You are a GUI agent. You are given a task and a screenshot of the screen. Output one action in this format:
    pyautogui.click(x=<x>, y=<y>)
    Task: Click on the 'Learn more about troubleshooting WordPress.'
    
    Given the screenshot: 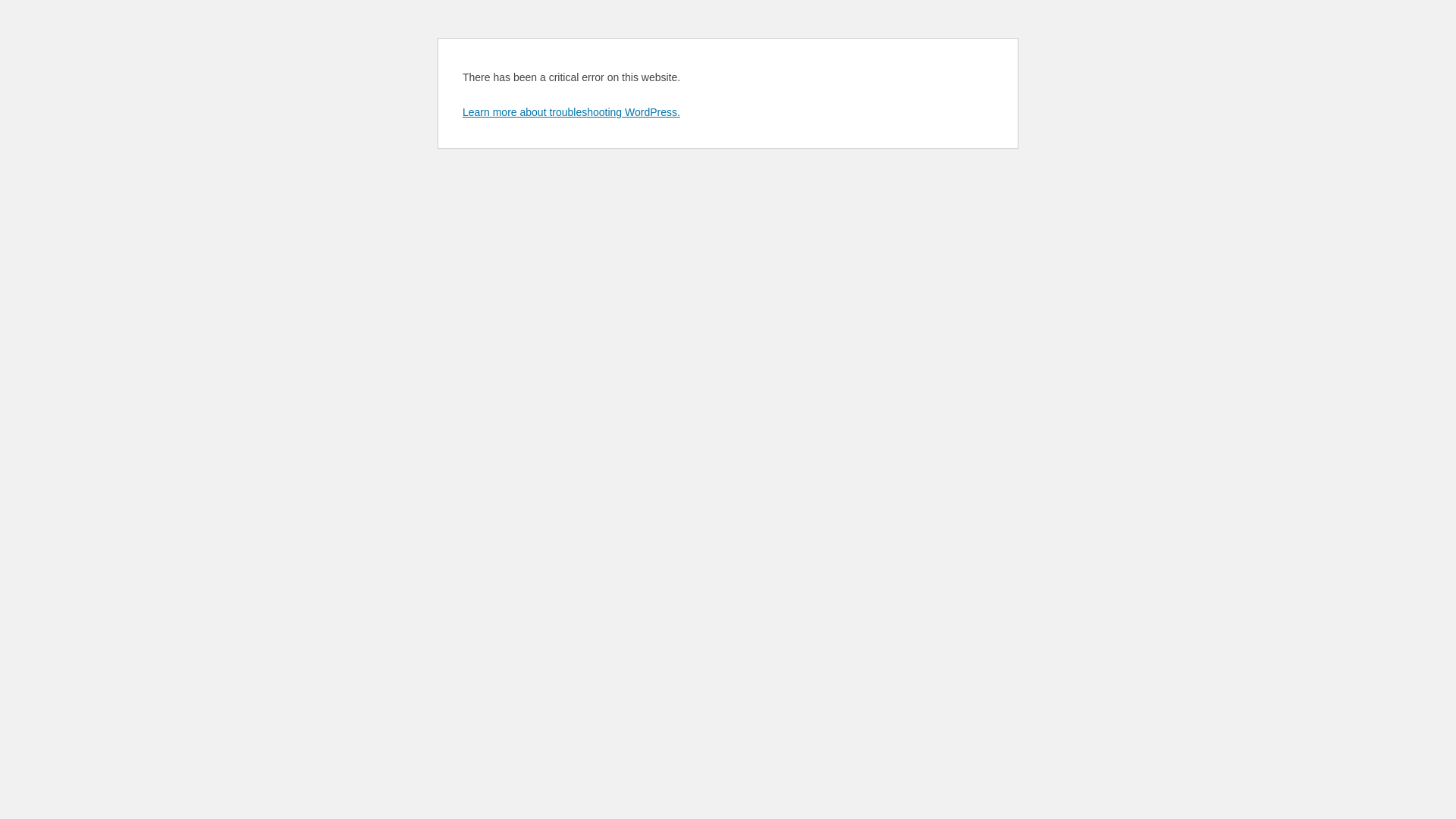 What is the action you would take?
    pyautogui.click(x=570, y=111)
    